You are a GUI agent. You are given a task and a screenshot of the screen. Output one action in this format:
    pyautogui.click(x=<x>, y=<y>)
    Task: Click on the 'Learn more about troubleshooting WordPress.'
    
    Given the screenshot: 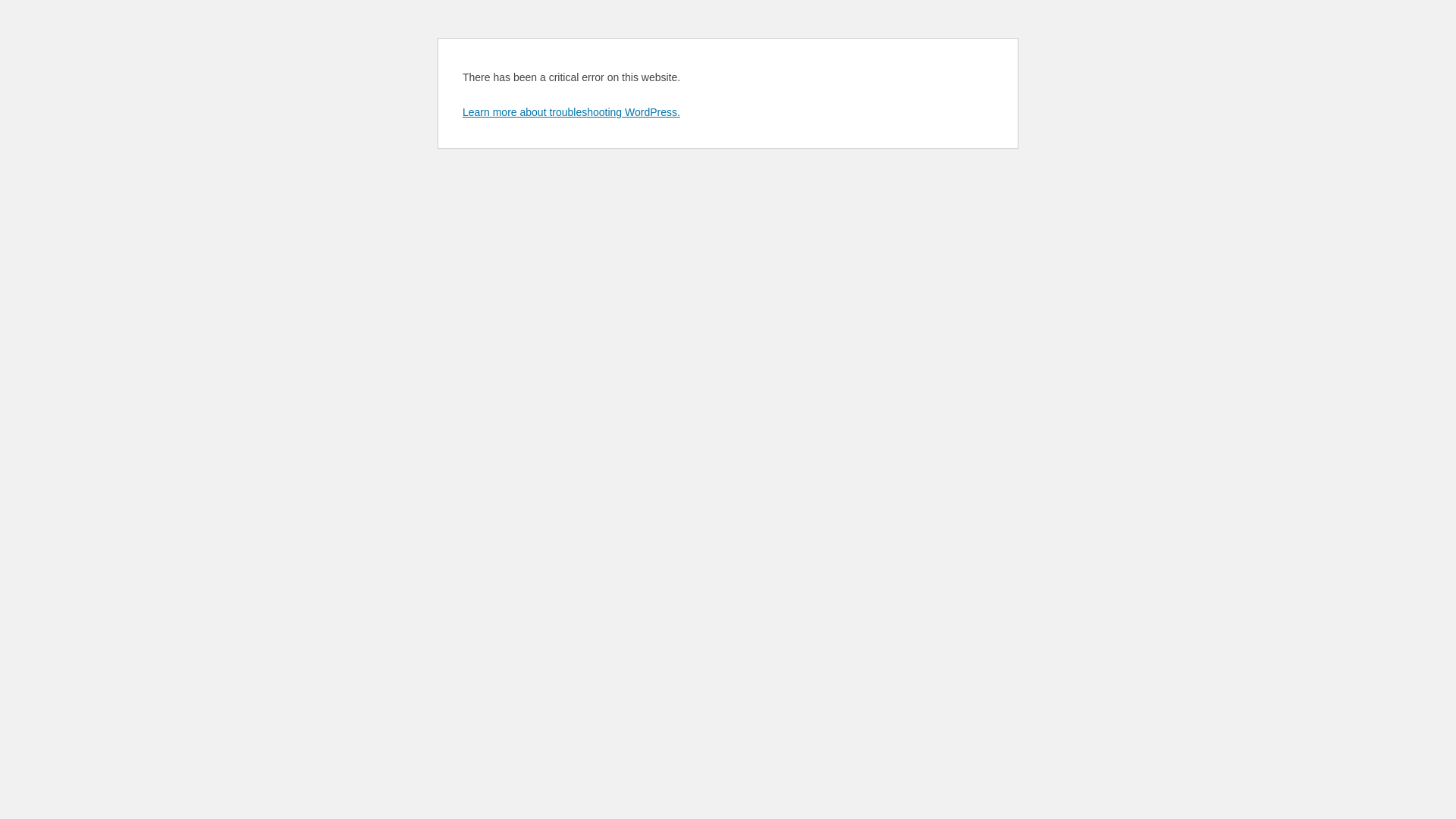 What is the action you would take?
    pyautogui.click(x=570, y=111)
    